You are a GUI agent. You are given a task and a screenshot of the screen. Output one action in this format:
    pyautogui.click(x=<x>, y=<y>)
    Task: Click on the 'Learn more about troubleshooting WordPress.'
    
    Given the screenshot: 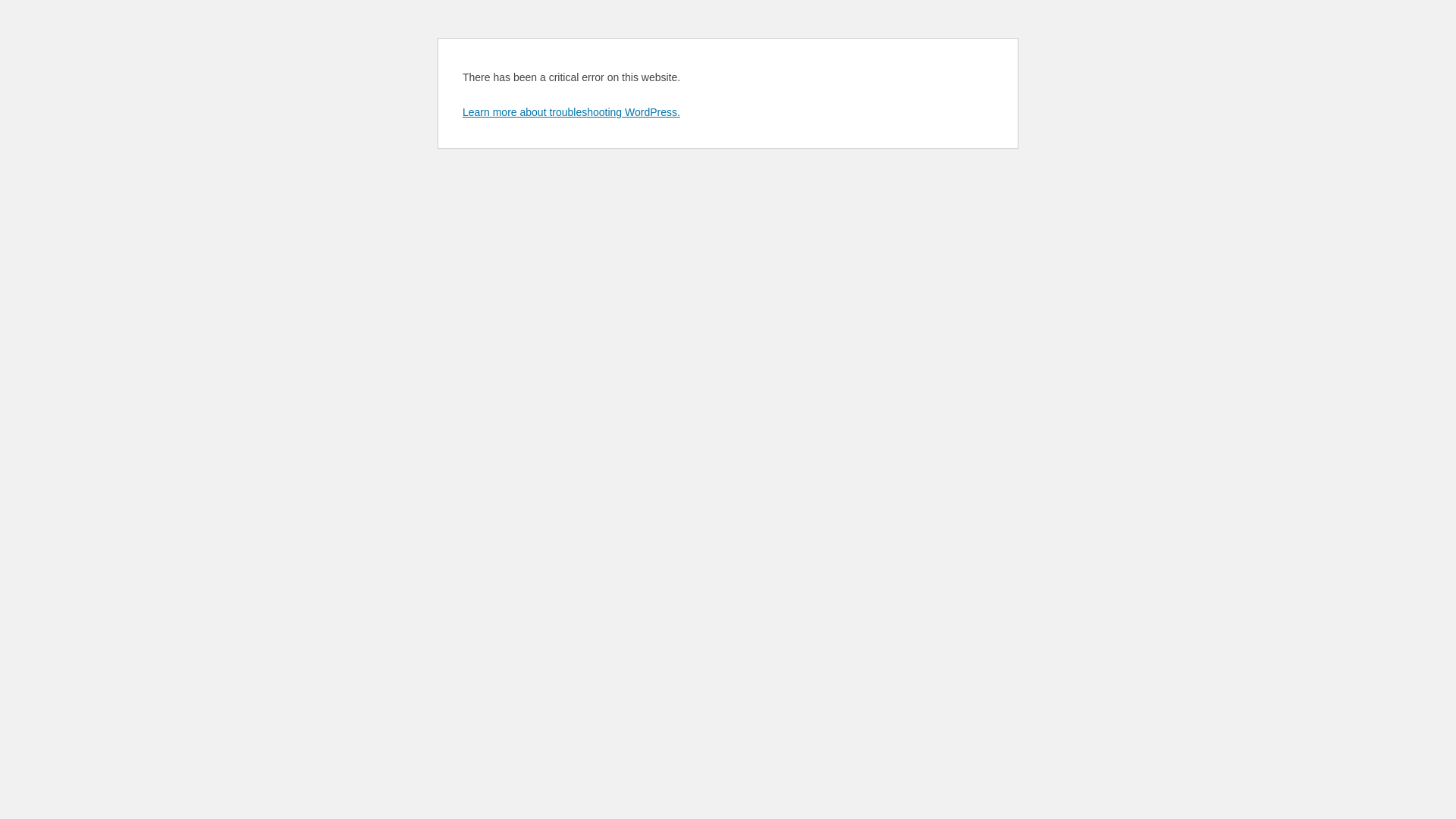 What is the action you would take?
    pyautogui.click(x=570, y=111)
    